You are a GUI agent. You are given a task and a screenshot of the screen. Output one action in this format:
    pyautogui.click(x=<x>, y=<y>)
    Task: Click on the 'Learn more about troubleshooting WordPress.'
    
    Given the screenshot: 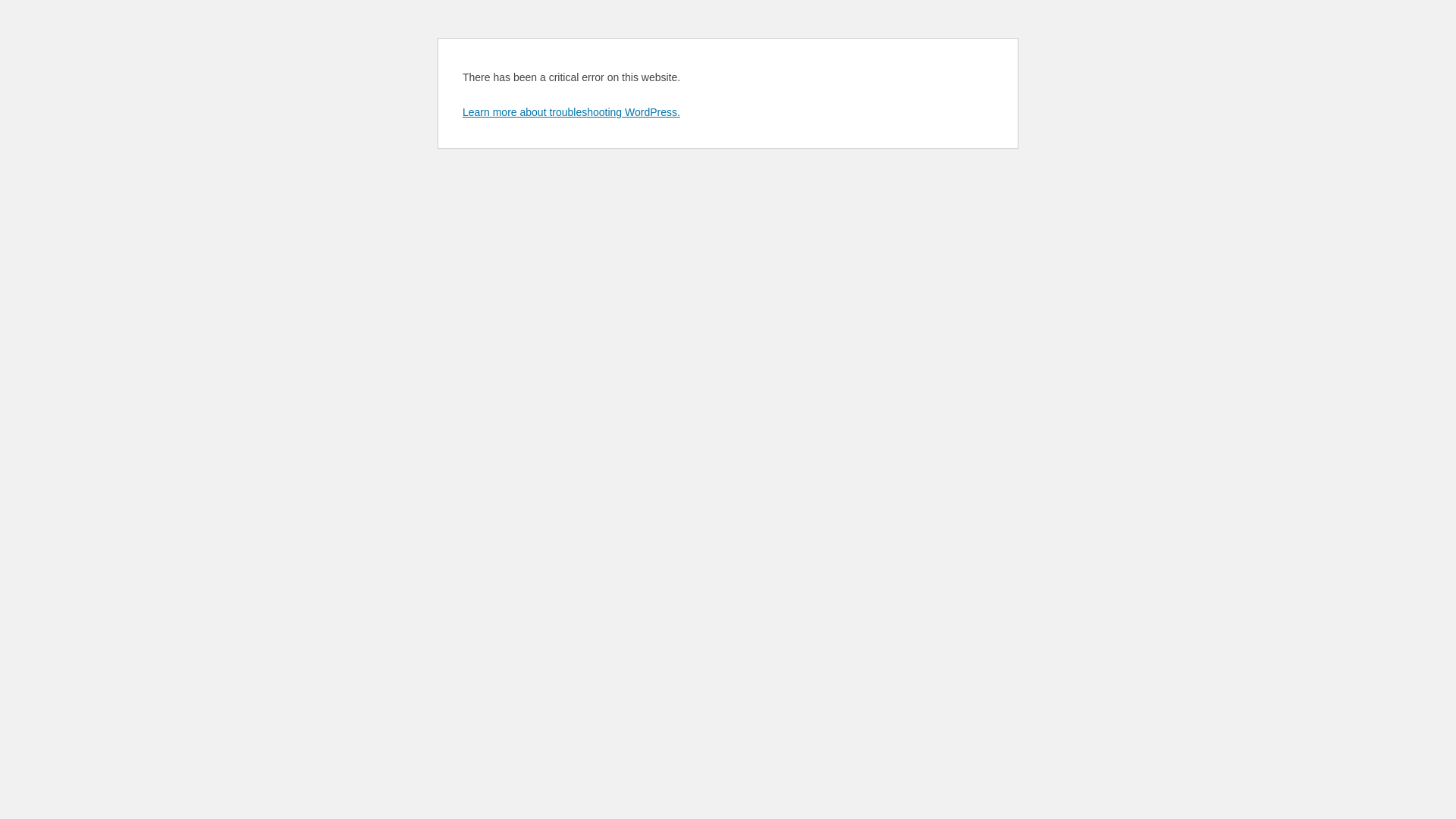 What is the action you would take?
    pyautogui.click(x=570, y=111)
    